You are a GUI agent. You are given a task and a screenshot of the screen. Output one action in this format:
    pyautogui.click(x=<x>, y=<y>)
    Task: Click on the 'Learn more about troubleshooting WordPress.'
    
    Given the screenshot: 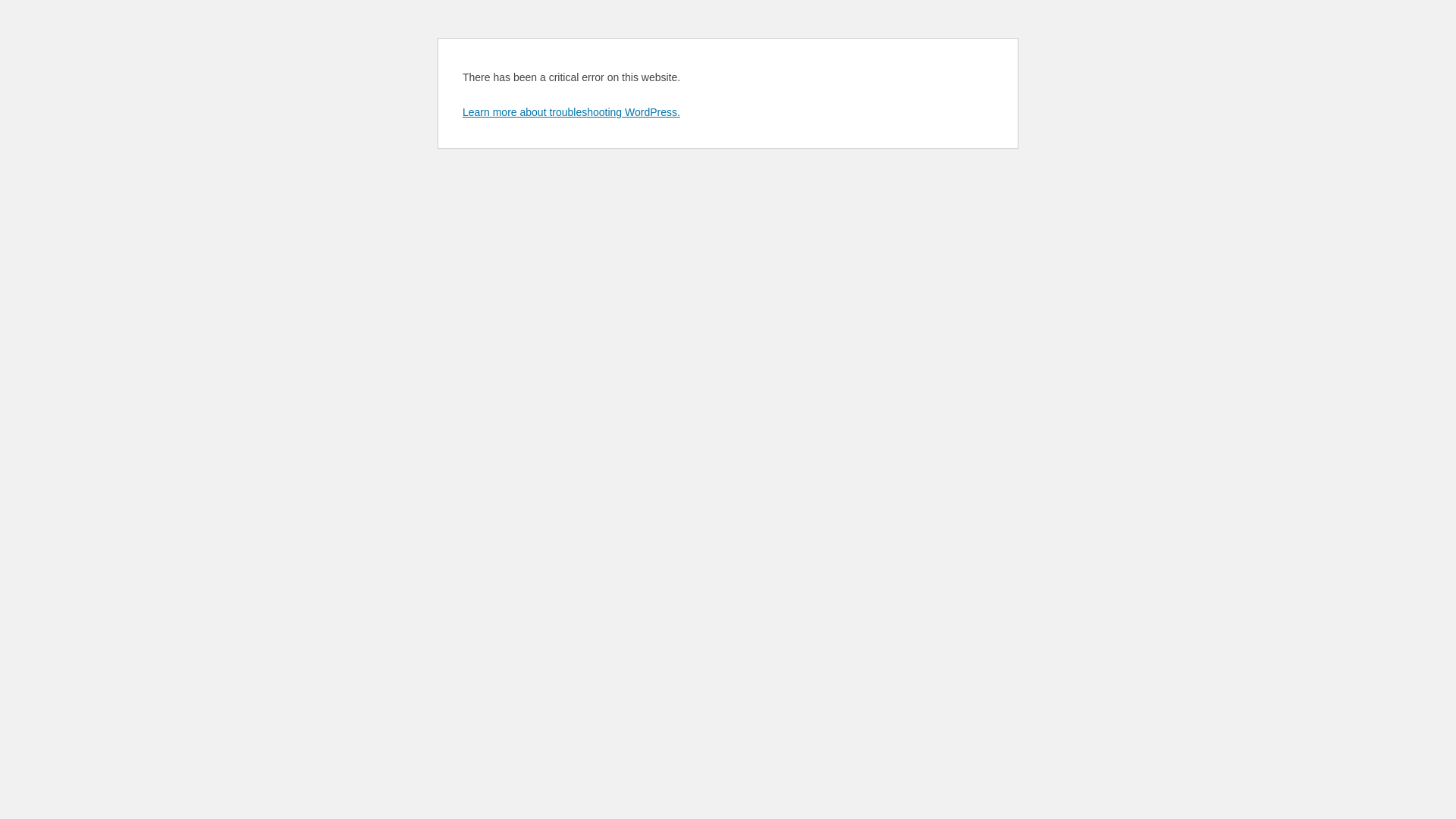 What is the action you would take?
    pyautogui.click(x=570, y=111)
    